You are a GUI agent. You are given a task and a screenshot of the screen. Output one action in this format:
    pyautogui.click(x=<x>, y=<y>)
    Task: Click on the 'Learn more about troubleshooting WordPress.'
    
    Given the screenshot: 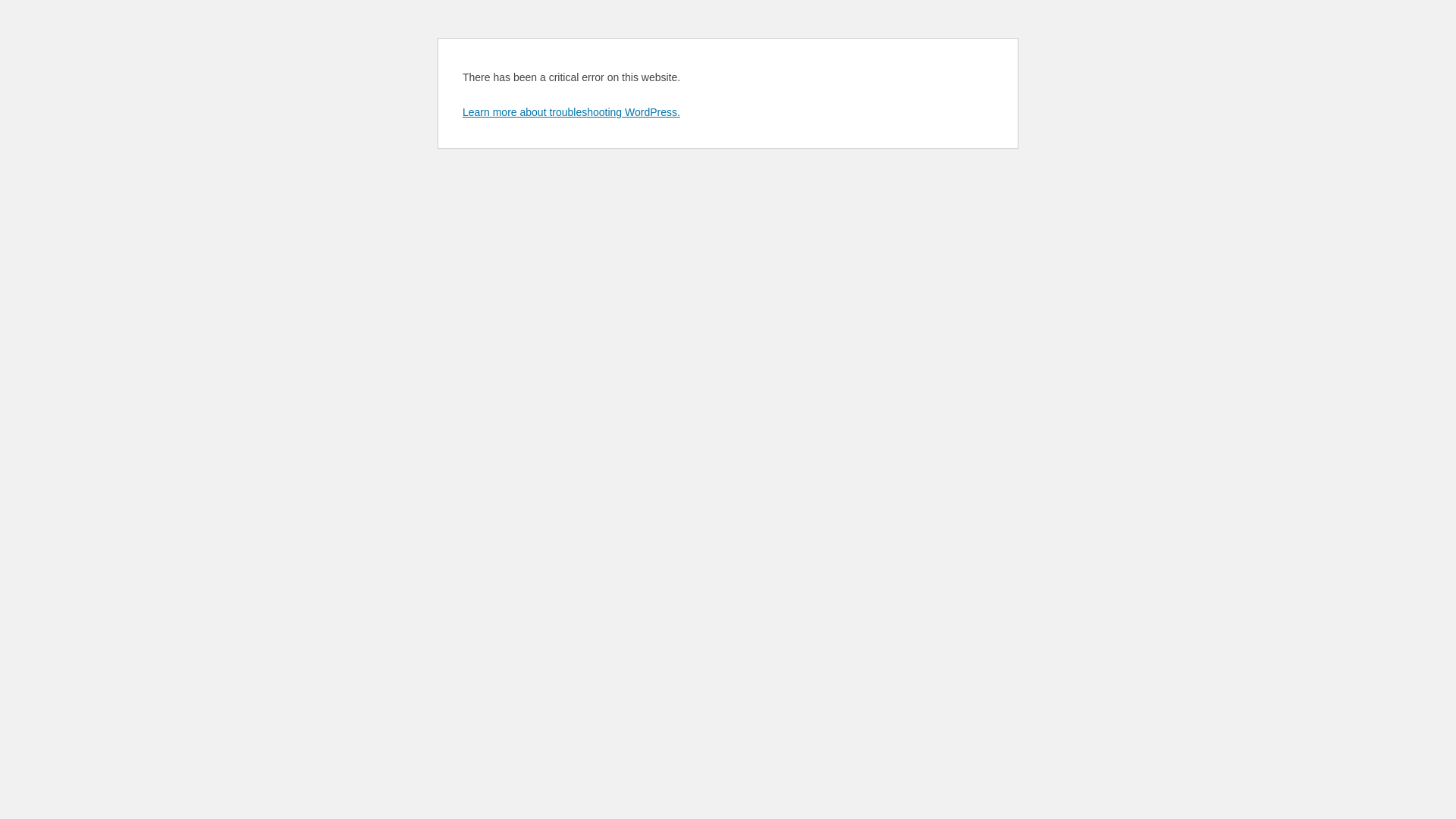 What is the action you would take?
    pyautogui.click(x=570, y=111)
    